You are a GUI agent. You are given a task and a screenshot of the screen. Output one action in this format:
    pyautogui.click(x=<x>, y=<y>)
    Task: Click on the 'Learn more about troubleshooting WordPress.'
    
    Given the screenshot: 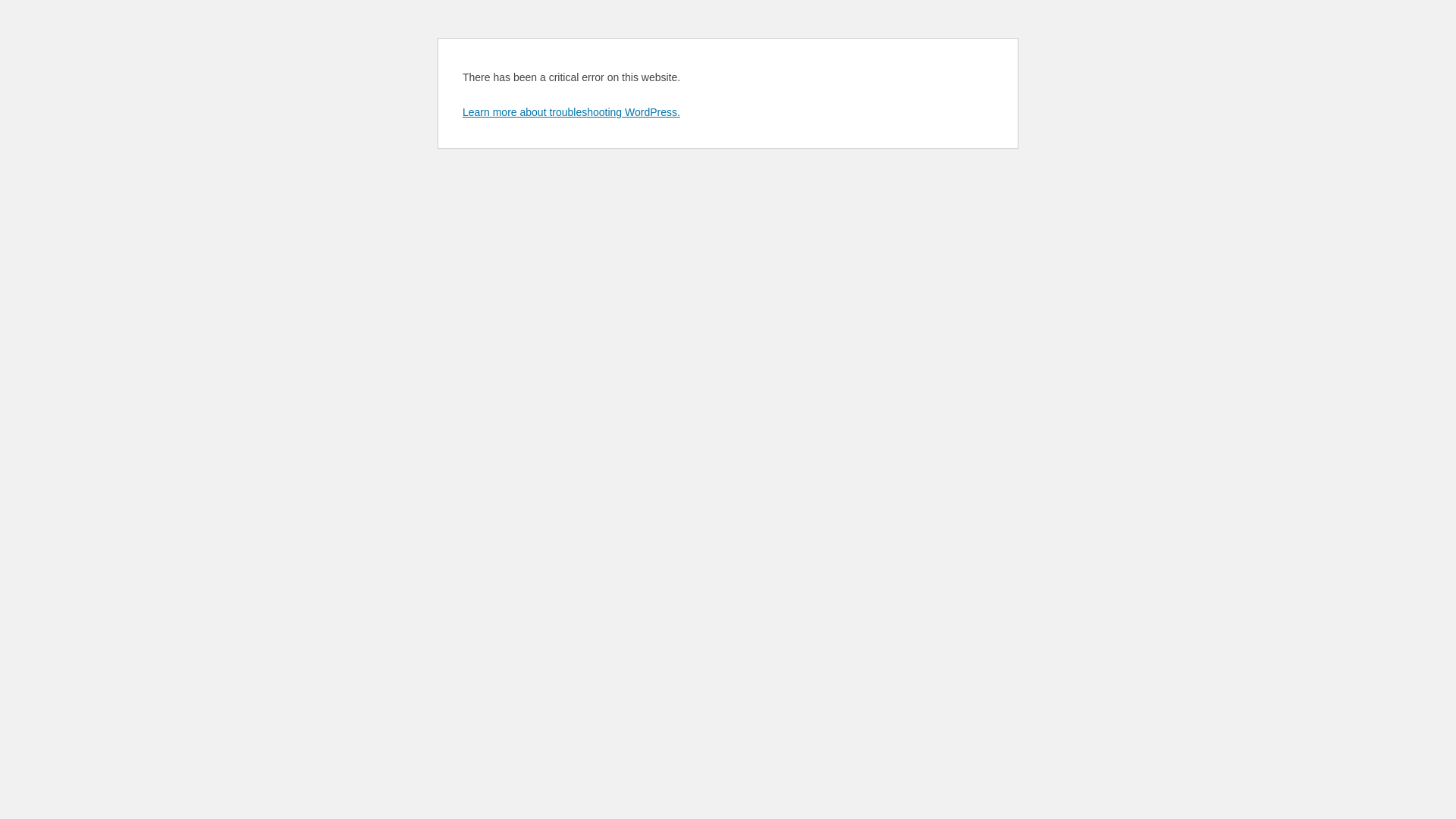 What is the action you would take?
    pyautogui.click(x=570, y=111)
    